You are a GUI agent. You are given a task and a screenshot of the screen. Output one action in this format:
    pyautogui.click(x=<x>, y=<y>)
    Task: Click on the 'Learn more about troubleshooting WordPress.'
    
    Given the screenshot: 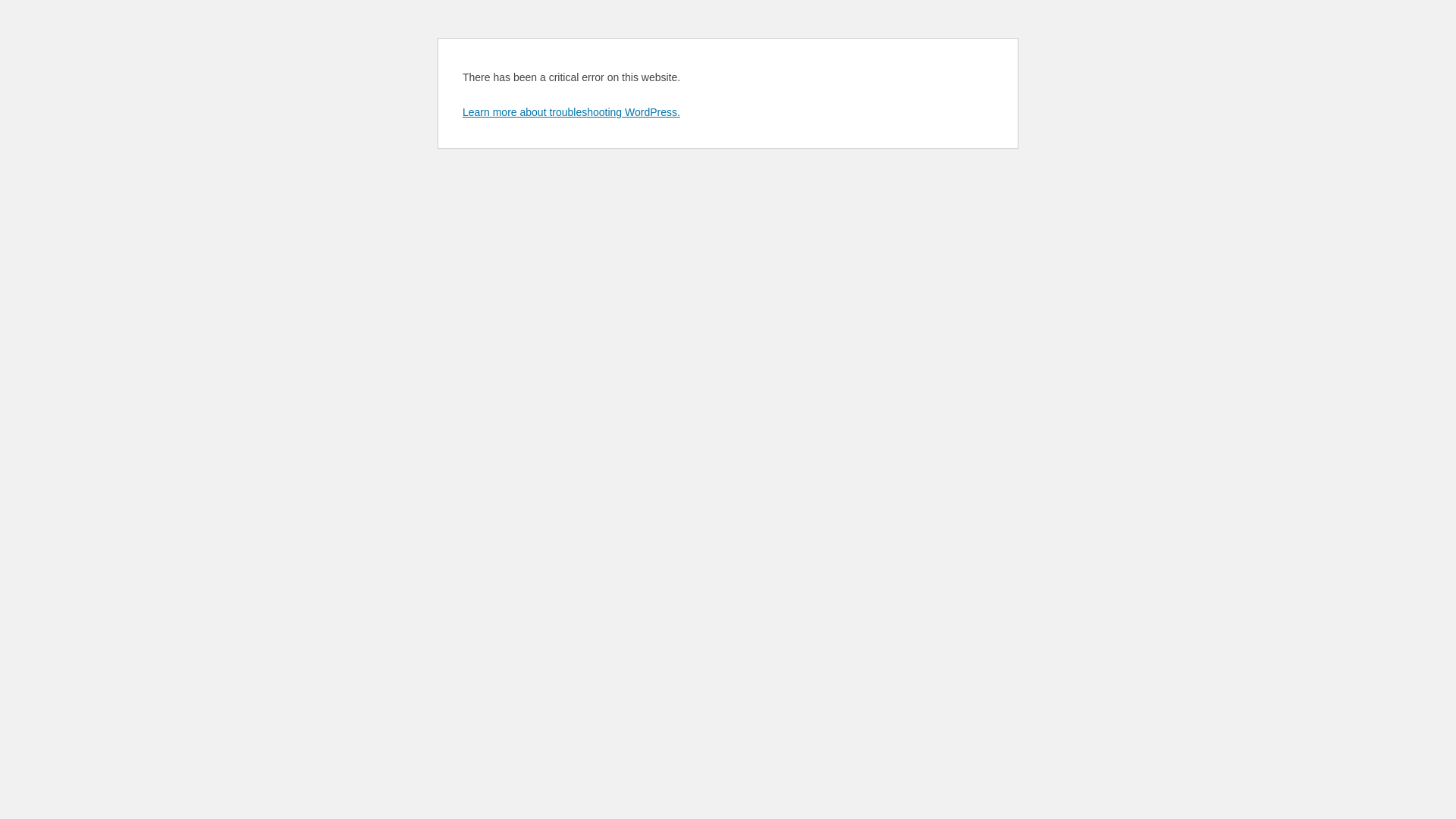 What is the action you would take?
    pyautogui.click(x=570, y=111)
    